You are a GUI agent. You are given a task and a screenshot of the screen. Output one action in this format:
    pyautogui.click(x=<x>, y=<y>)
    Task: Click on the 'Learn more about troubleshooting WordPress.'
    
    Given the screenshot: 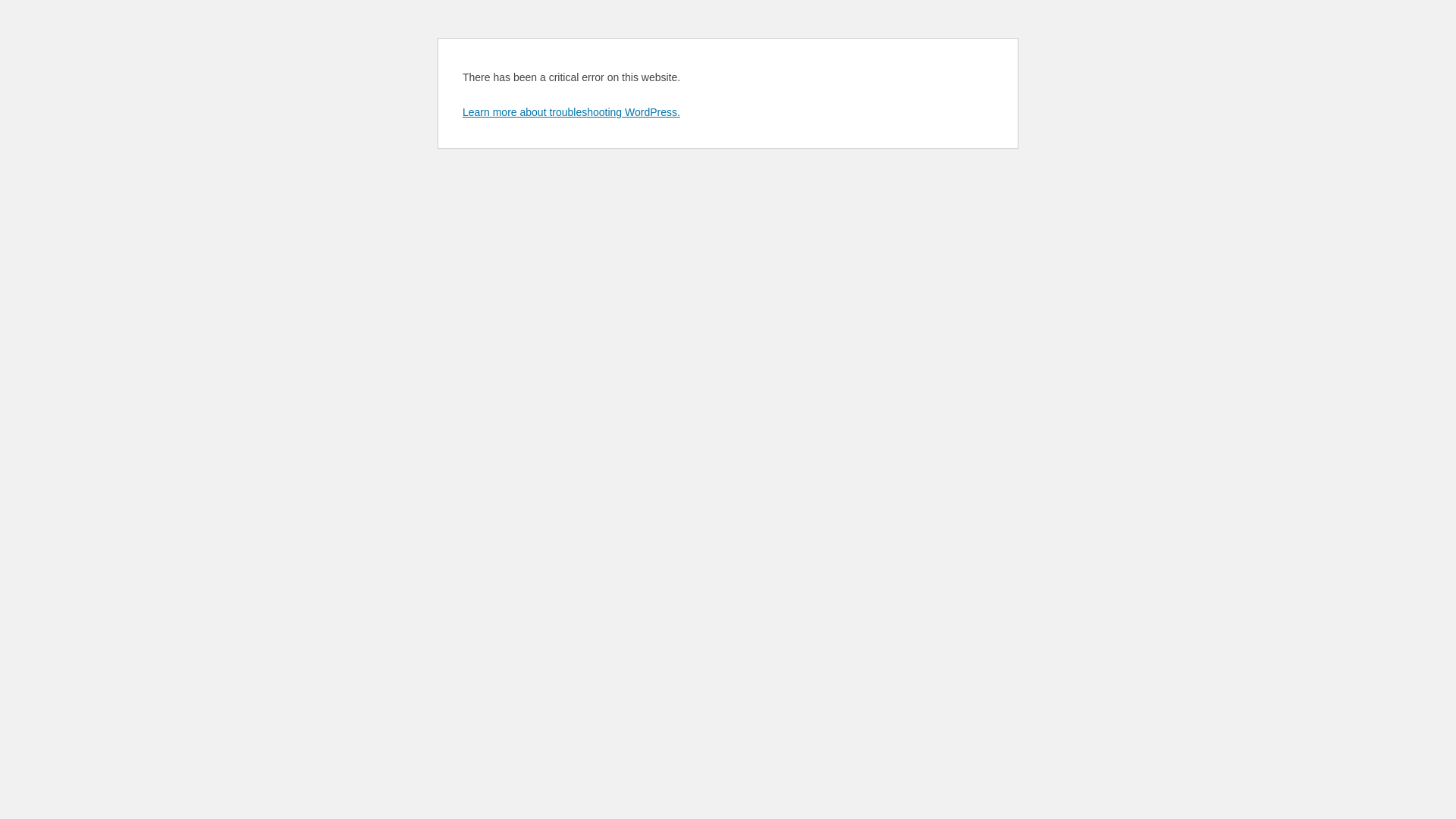 What is the action you would take?
    pyautogui.click(x=570, y=111)
    